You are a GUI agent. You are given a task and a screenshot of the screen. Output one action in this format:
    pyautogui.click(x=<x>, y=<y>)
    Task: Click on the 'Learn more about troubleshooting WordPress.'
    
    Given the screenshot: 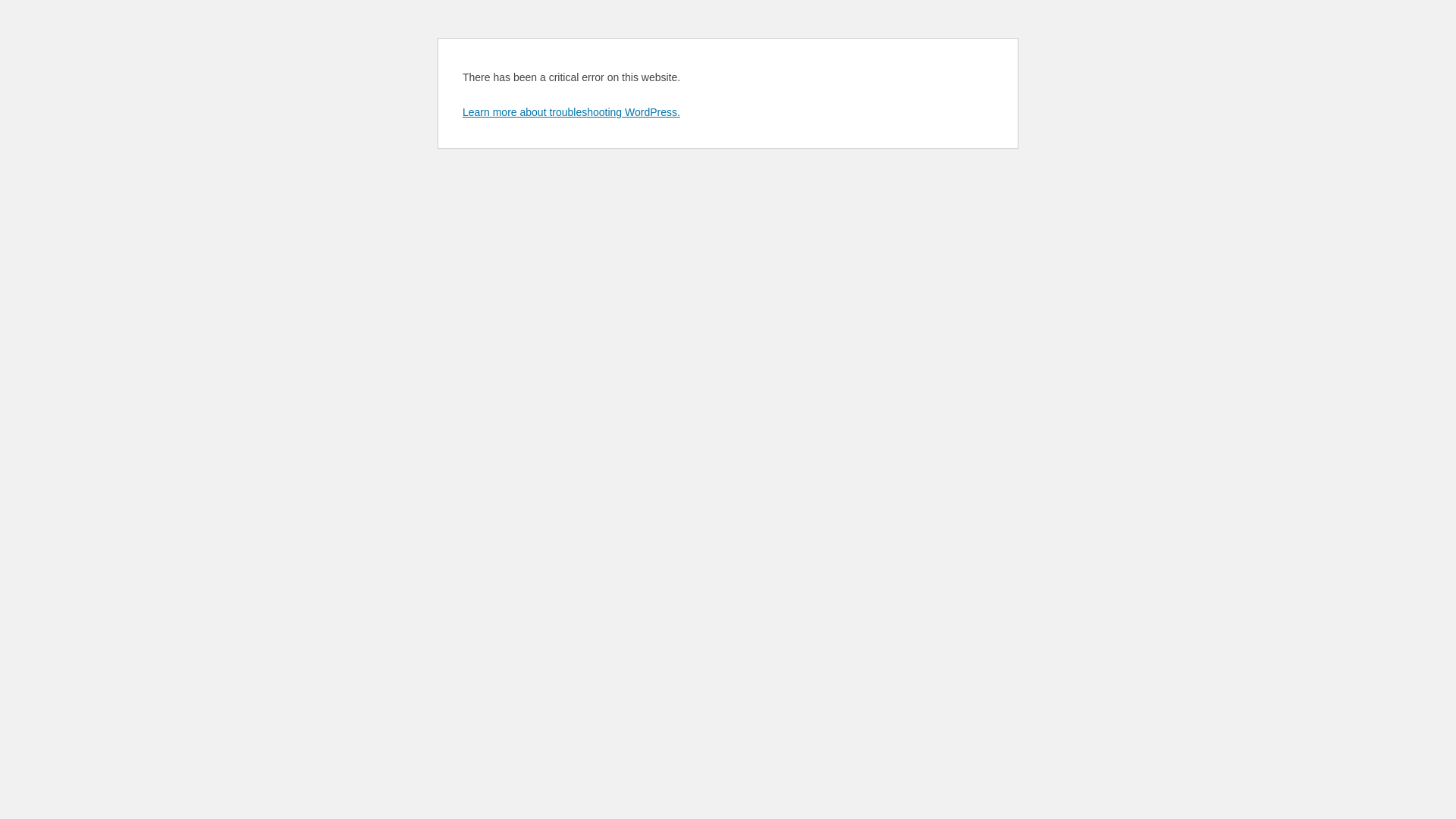 What is the action you would take?
    pyautogui.click(x=570, y=111)
    